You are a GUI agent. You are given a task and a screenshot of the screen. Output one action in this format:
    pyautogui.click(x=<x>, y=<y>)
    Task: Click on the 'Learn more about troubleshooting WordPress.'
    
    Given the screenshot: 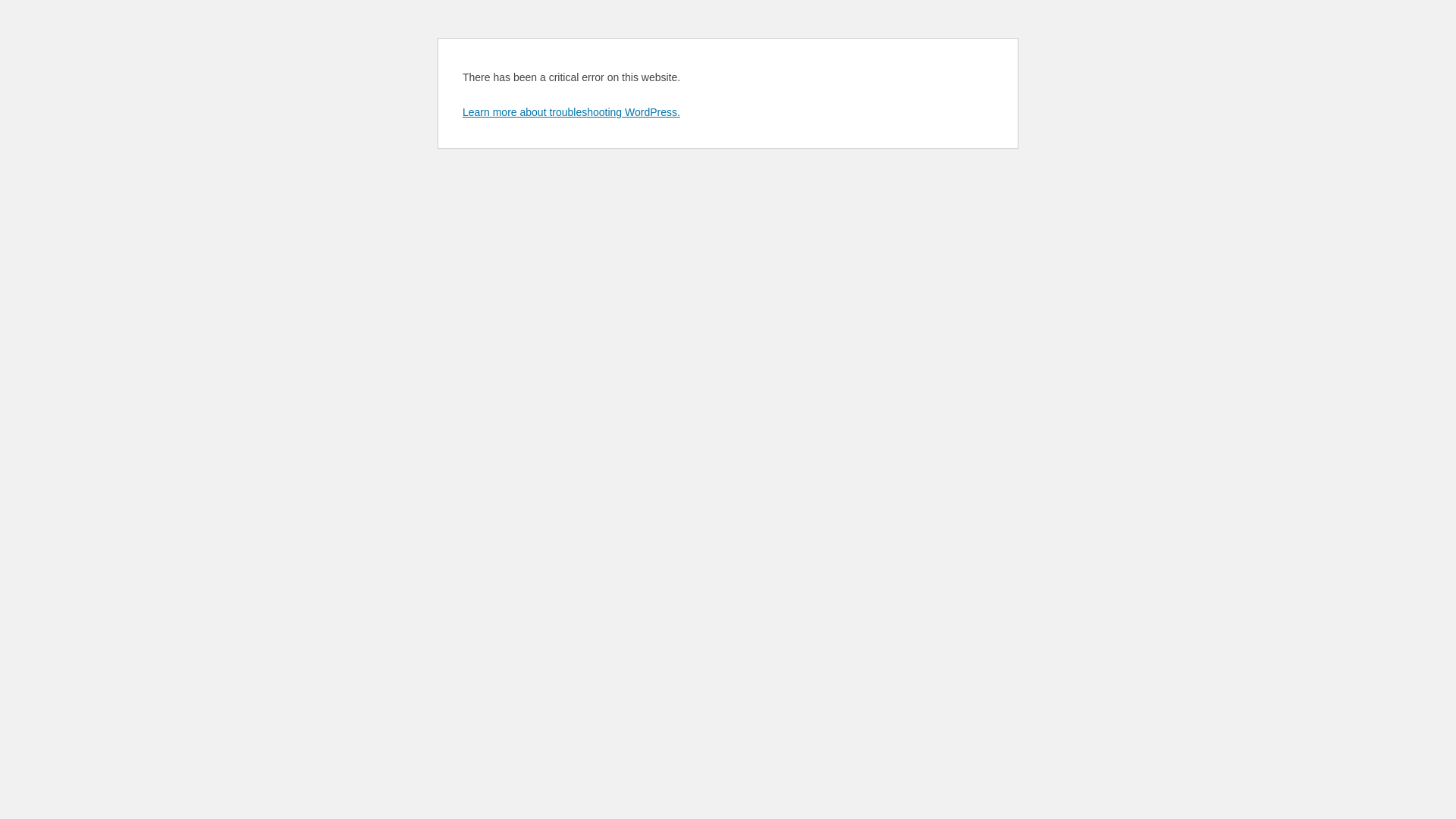 What is the action you would take?
    pyautogui.click(x=570, y=111)
    